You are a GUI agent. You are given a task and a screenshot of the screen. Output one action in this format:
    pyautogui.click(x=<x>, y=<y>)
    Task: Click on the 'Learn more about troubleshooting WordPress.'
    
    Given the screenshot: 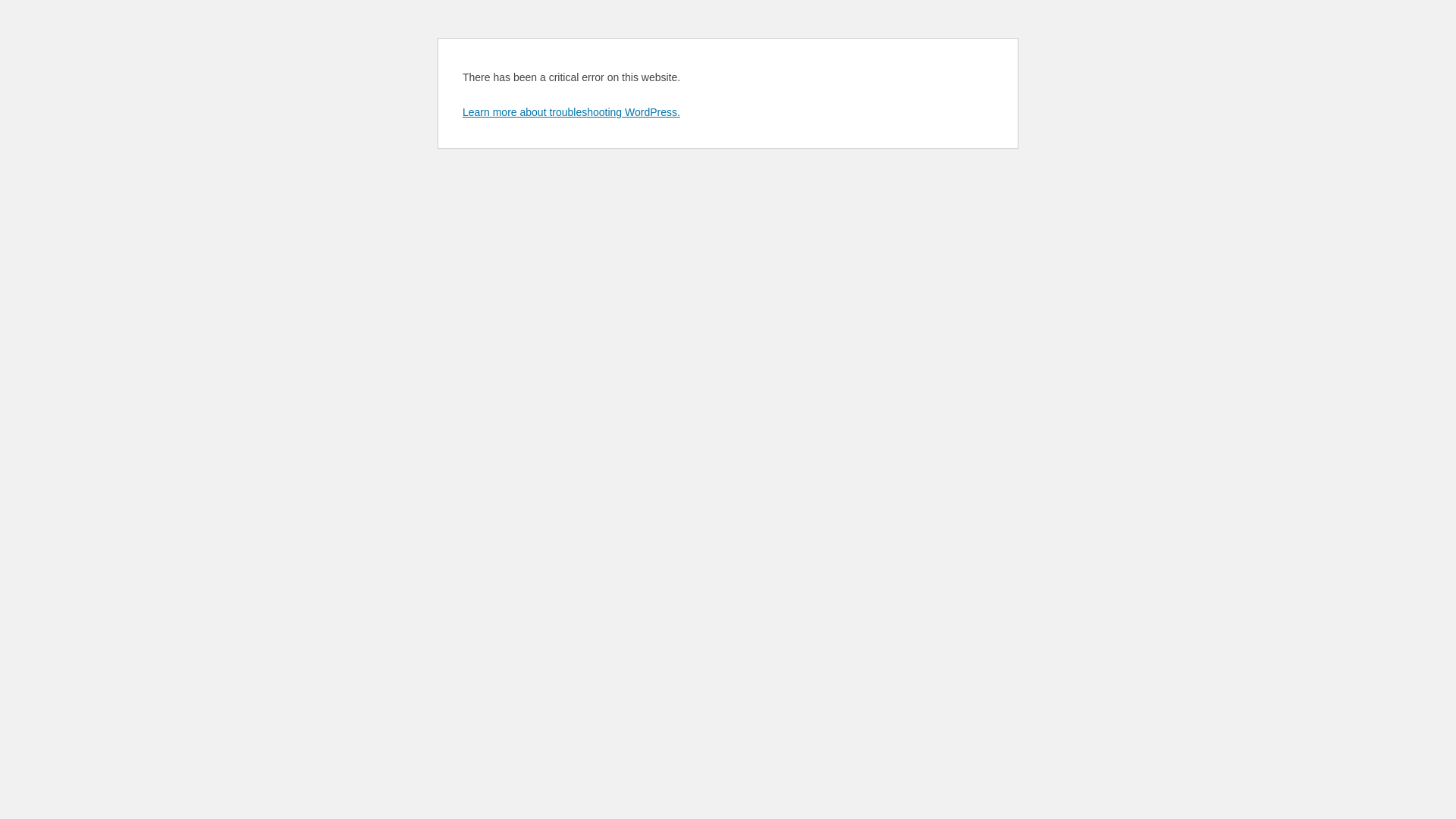 What is the action you would take?
    pyautogui.click(x=570, y=111)
    